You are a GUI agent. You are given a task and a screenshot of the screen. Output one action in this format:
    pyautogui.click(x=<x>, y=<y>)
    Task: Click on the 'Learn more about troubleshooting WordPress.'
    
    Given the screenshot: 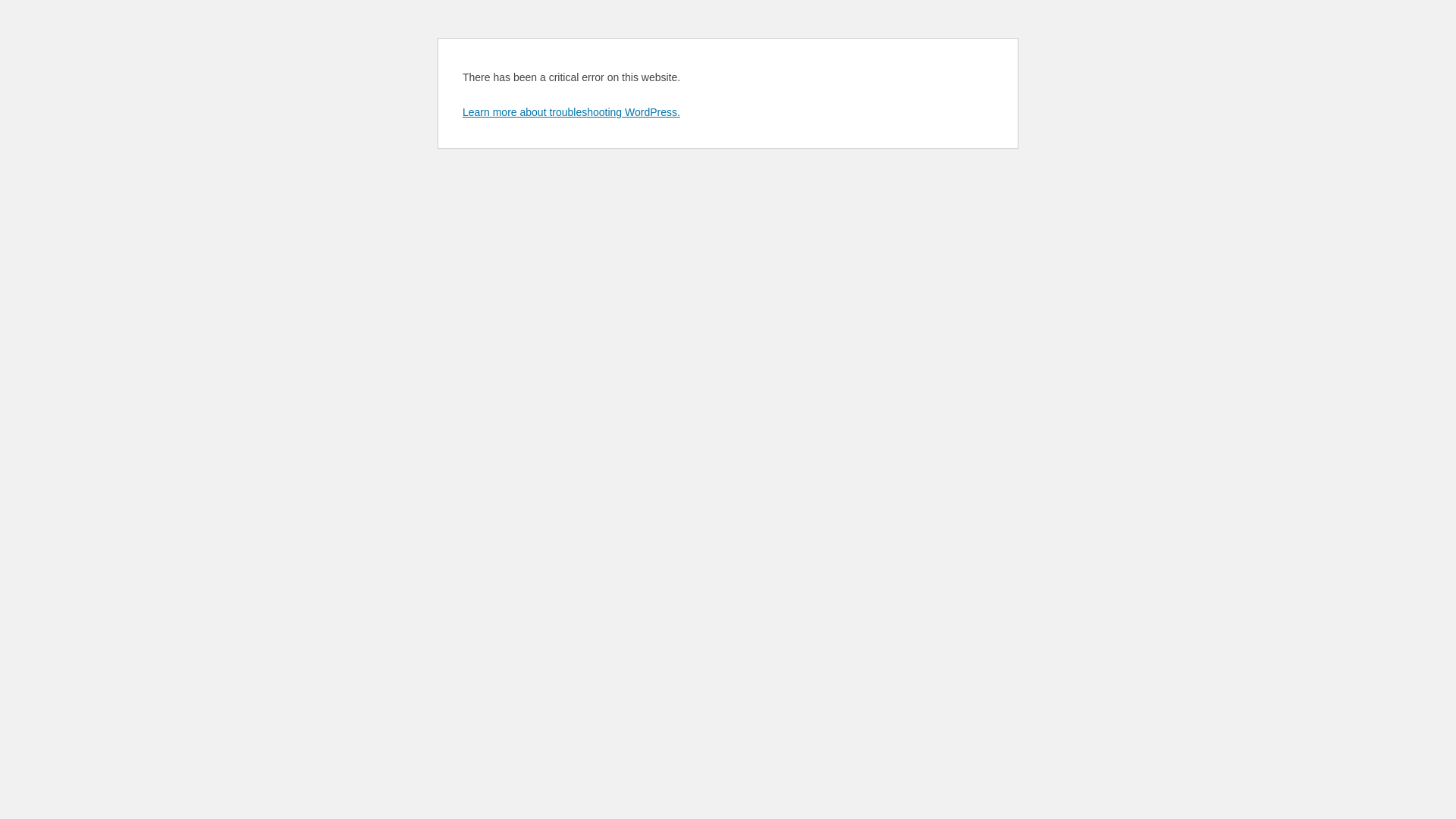 What is the action you would take?
    pyautogui.click(x=570, y=111)
    